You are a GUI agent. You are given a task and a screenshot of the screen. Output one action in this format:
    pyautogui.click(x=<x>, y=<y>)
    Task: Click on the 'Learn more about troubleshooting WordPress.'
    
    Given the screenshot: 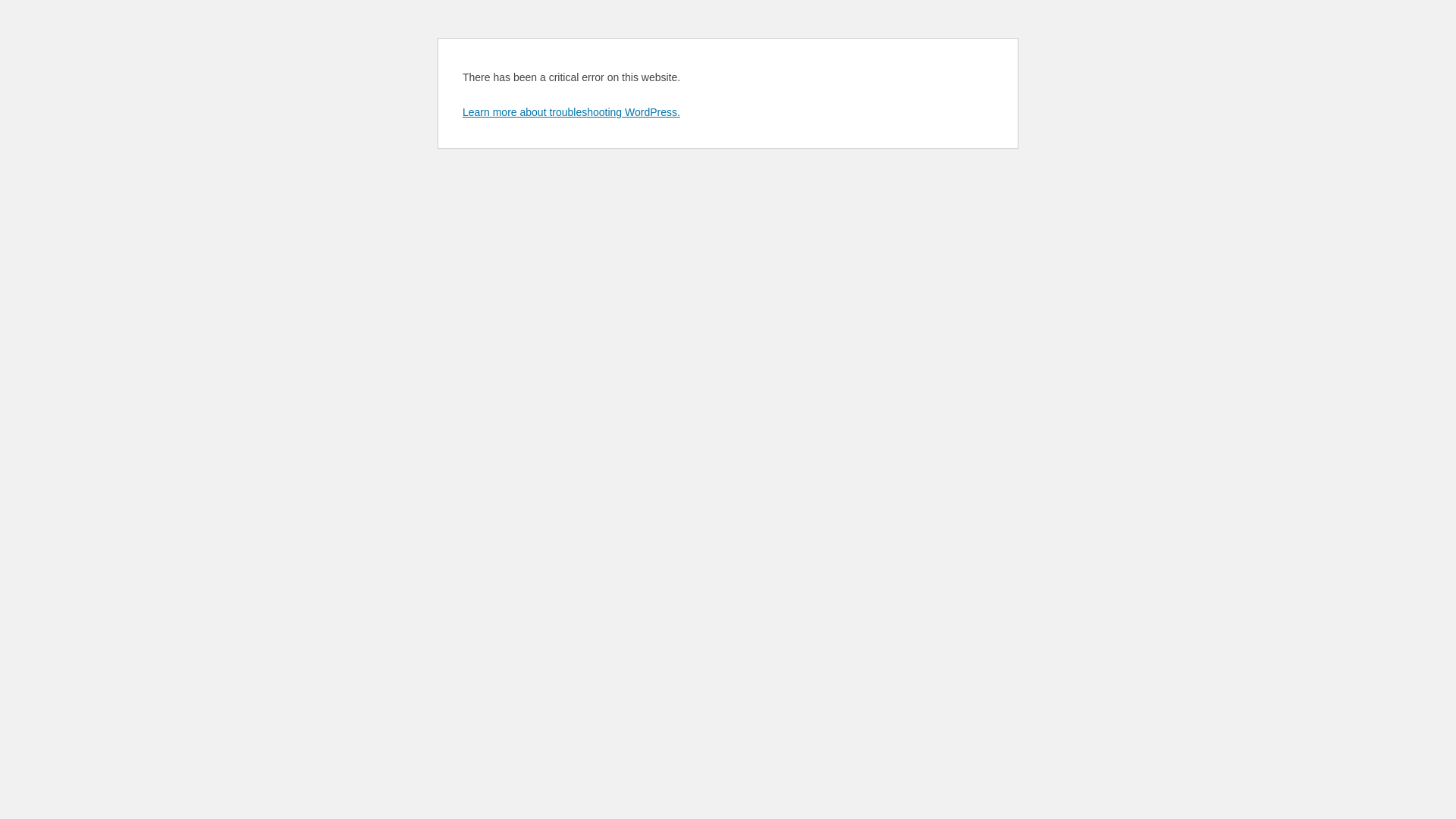 What is the action you would take?
    pyautogui.click(x=570, y=111)
    